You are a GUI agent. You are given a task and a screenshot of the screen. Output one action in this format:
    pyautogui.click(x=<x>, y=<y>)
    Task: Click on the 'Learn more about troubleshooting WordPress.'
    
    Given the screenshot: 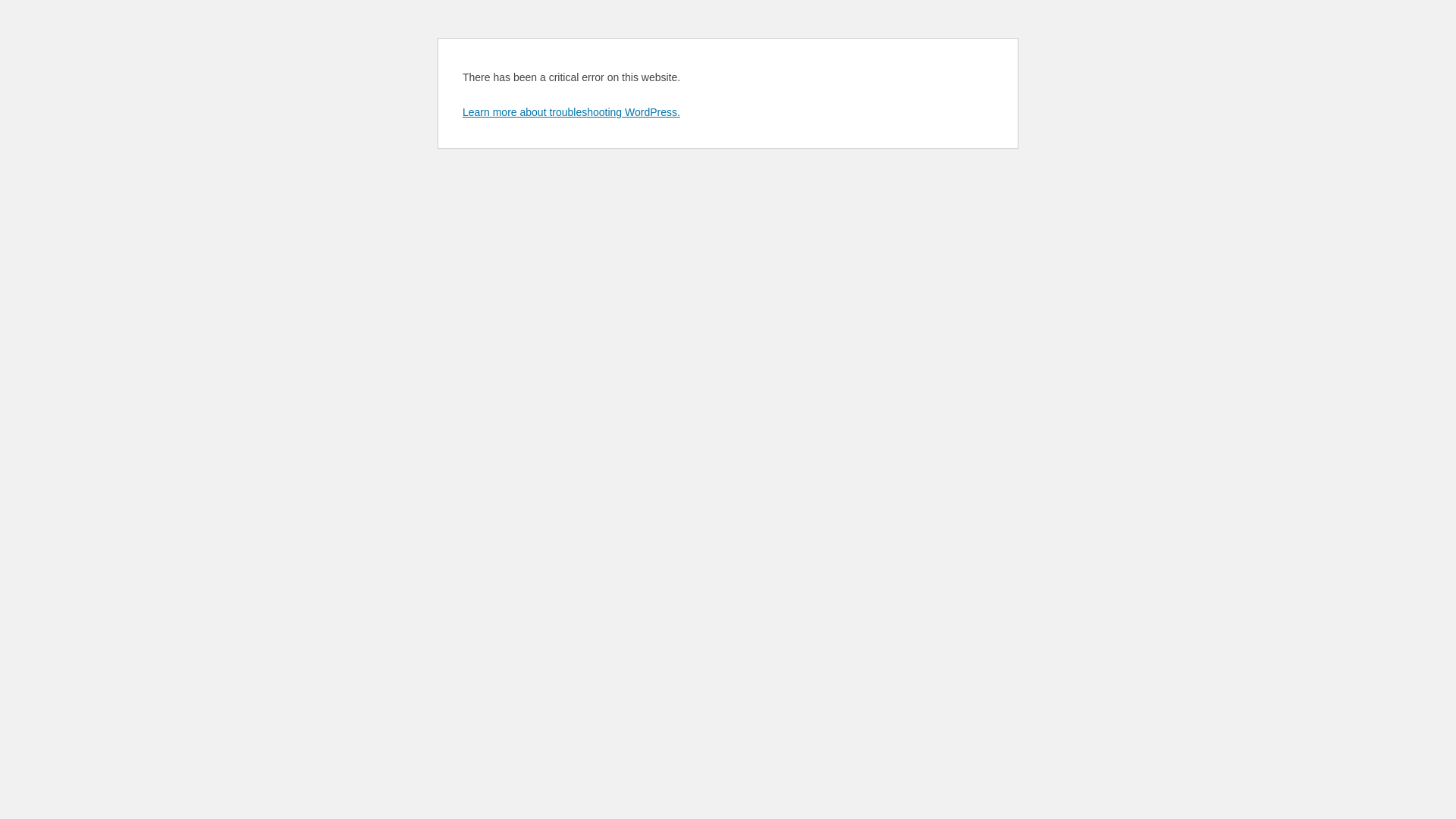 What is the action you would take?
    pyautogui.click(x=570, y=111)
    